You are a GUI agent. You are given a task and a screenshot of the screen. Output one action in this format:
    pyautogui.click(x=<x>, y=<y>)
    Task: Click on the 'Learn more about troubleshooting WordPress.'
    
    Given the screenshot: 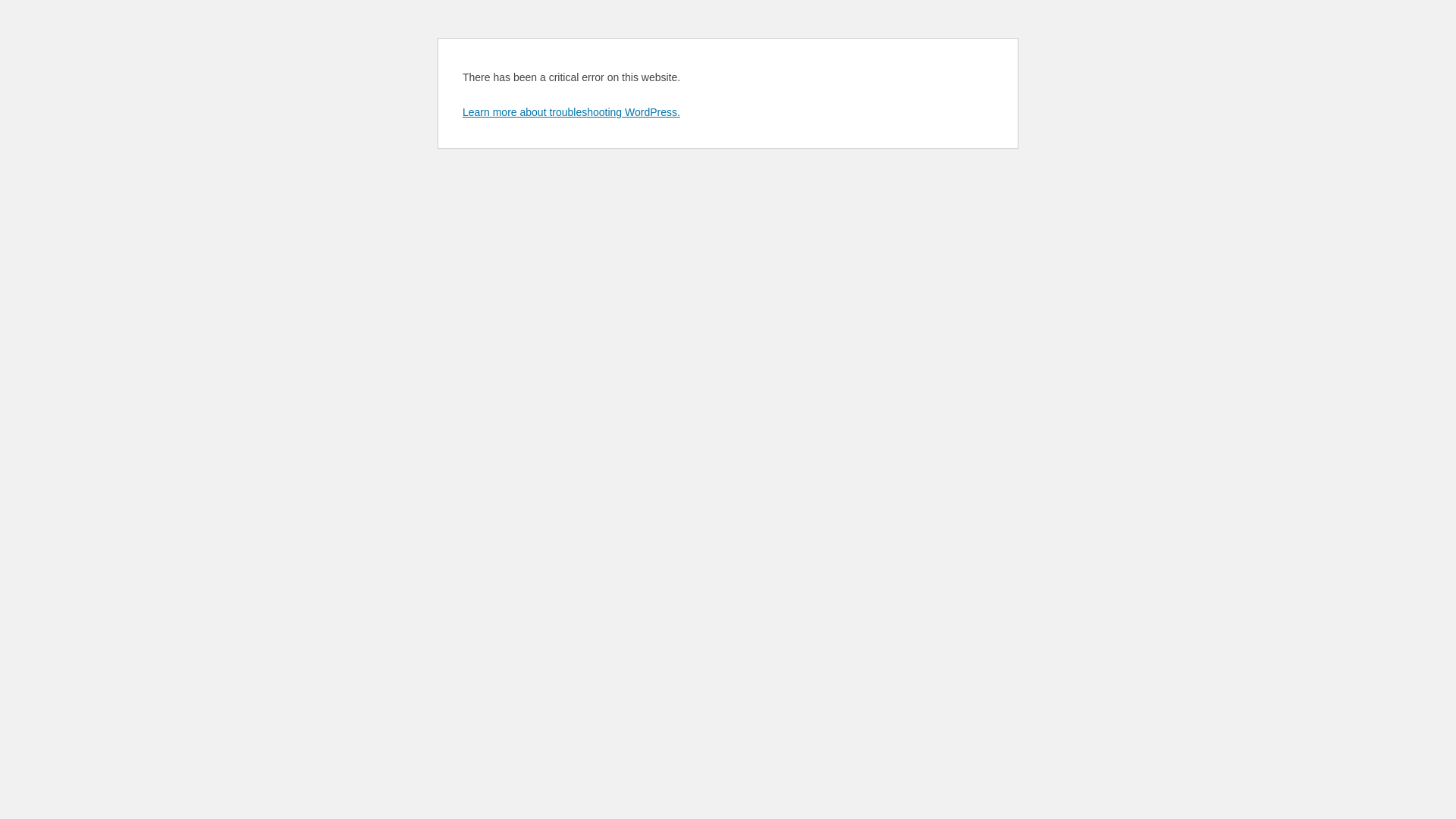 What is the action you would take?
    pyautogui.click(x=570, y=111)
    